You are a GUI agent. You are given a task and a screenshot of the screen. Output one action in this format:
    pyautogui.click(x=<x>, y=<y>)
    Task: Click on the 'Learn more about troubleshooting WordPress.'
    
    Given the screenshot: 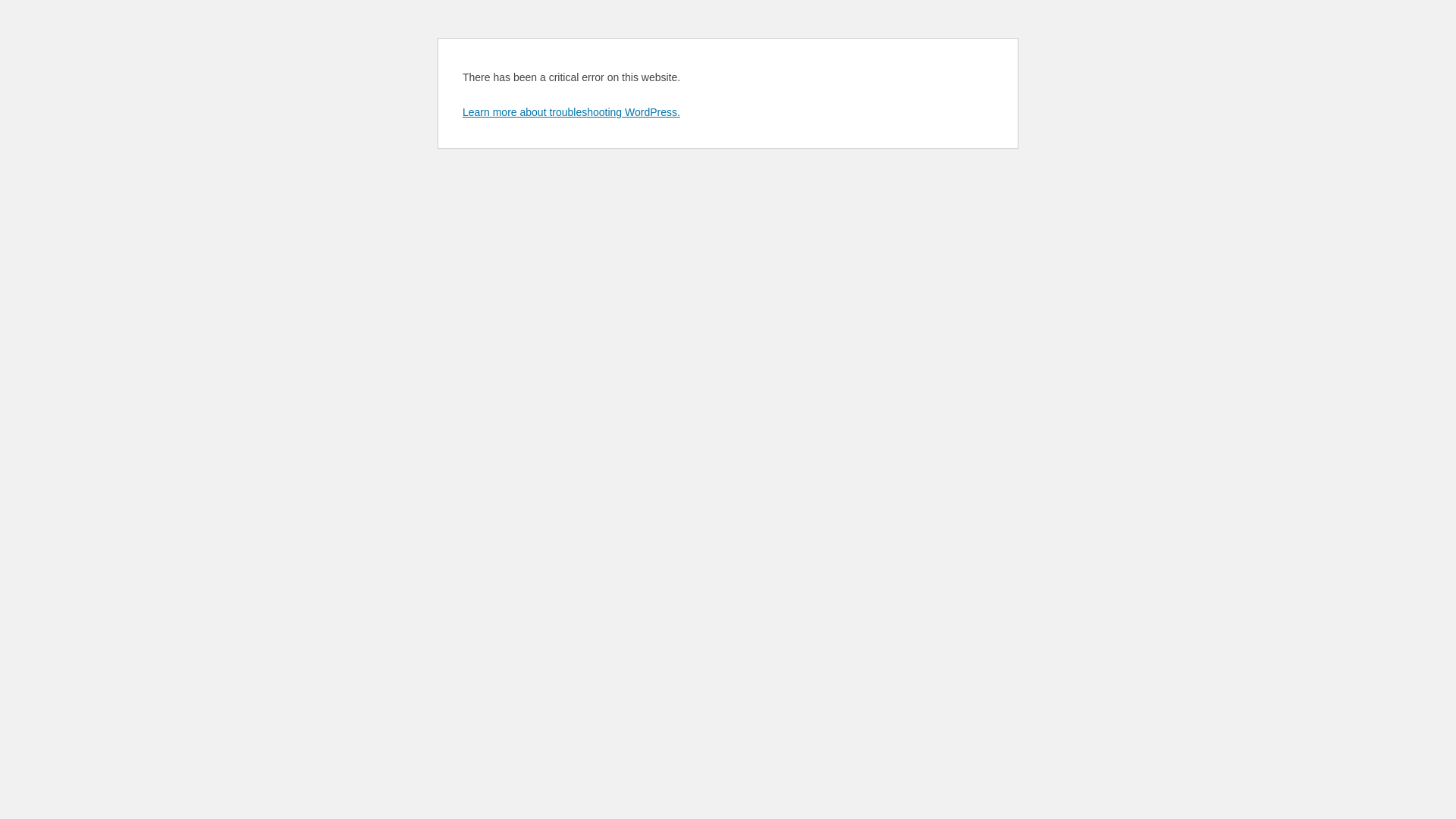 What is the action you would take?
    pyautogui.click(x=570, y=111)
    